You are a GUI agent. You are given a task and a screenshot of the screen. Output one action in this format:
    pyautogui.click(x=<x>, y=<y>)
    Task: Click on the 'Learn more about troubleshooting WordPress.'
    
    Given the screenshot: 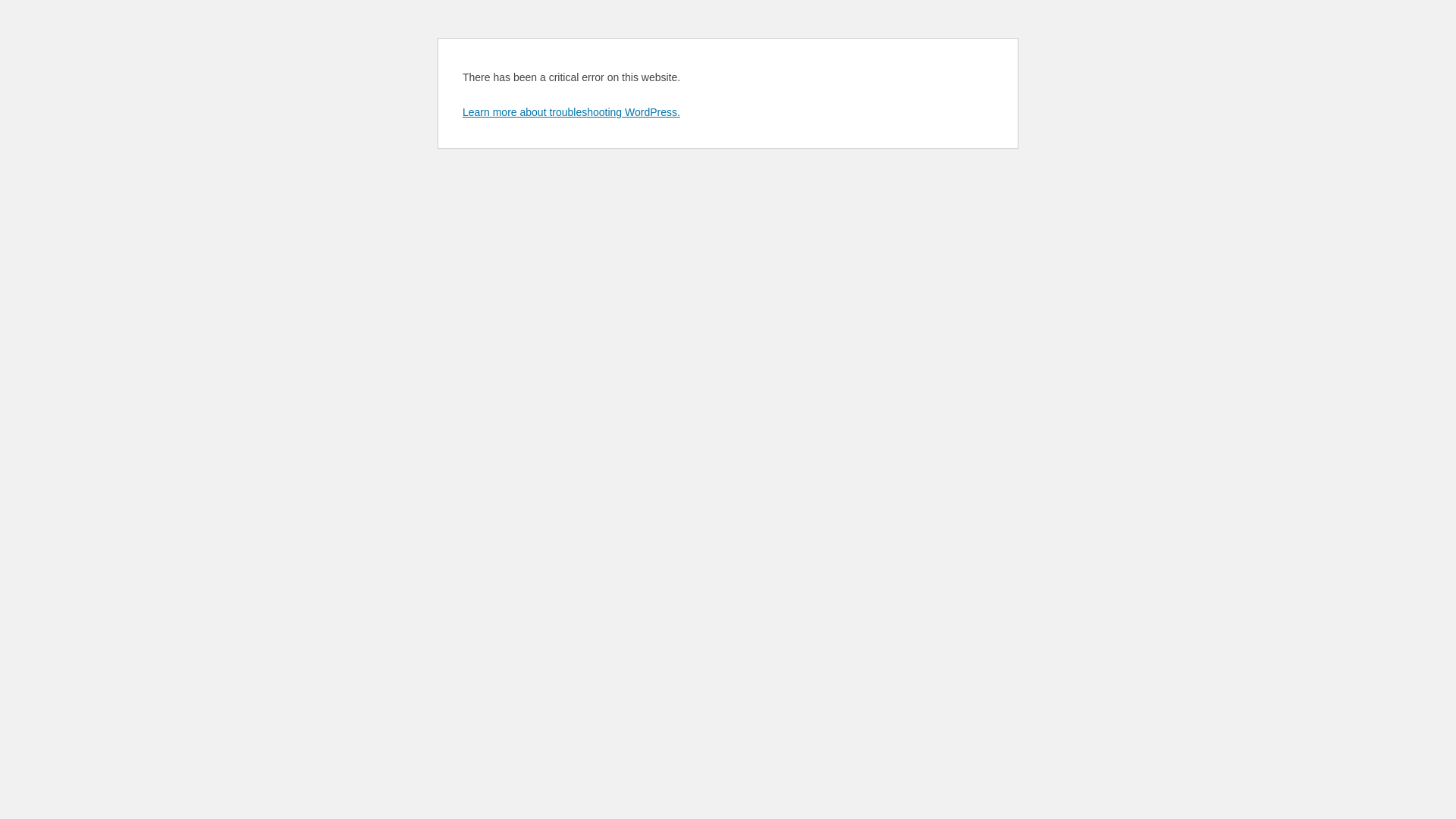 What is the action you would take?
    pyautogui.click(x=570, y=111)
    